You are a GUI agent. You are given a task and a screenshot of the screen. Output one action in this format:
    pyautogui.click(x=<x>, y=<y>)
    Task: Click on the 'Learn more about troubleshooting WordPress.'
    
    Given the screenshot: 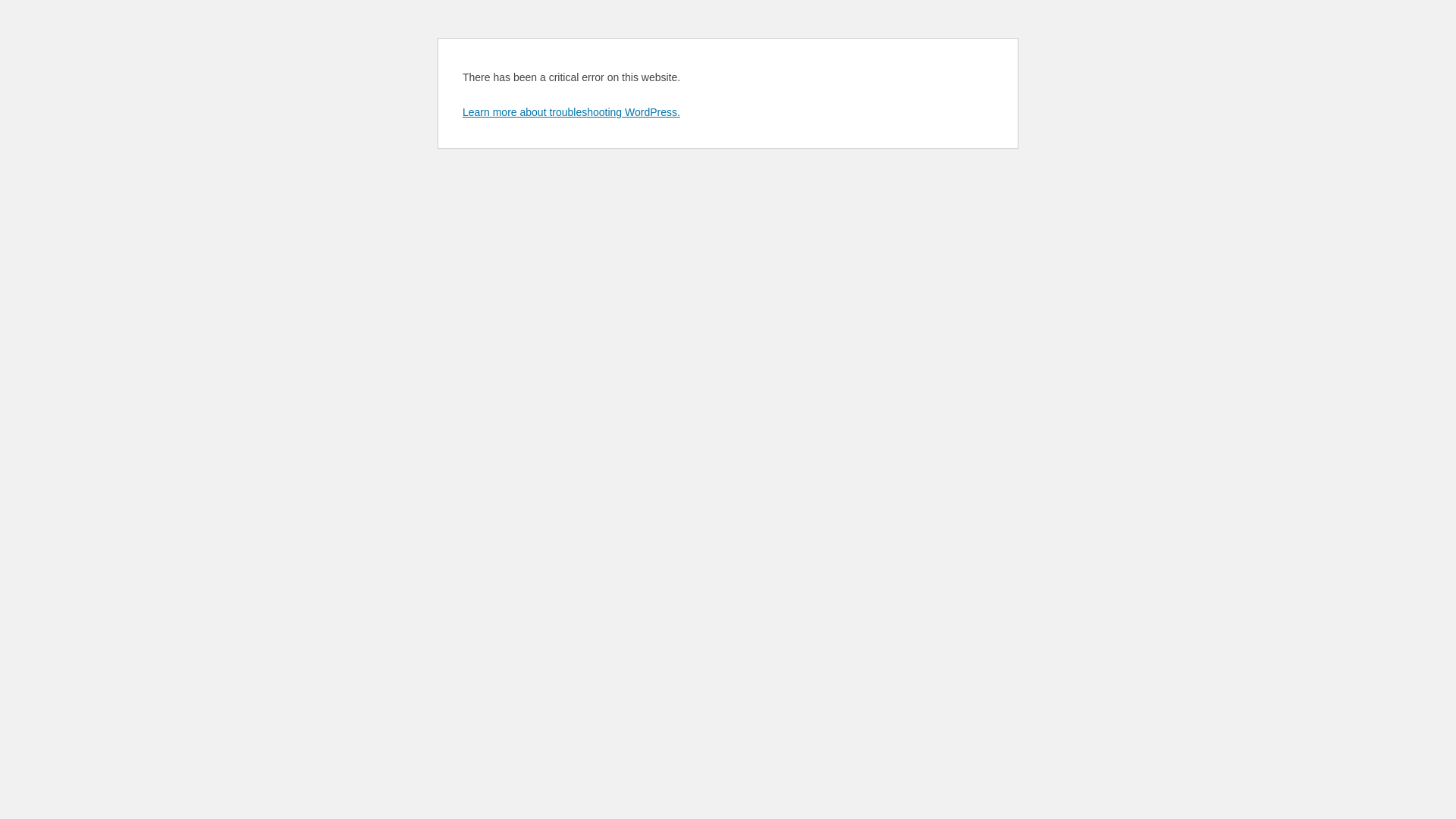 What is the action you would take?
    pyautogui.click(x=570, y=111)
    